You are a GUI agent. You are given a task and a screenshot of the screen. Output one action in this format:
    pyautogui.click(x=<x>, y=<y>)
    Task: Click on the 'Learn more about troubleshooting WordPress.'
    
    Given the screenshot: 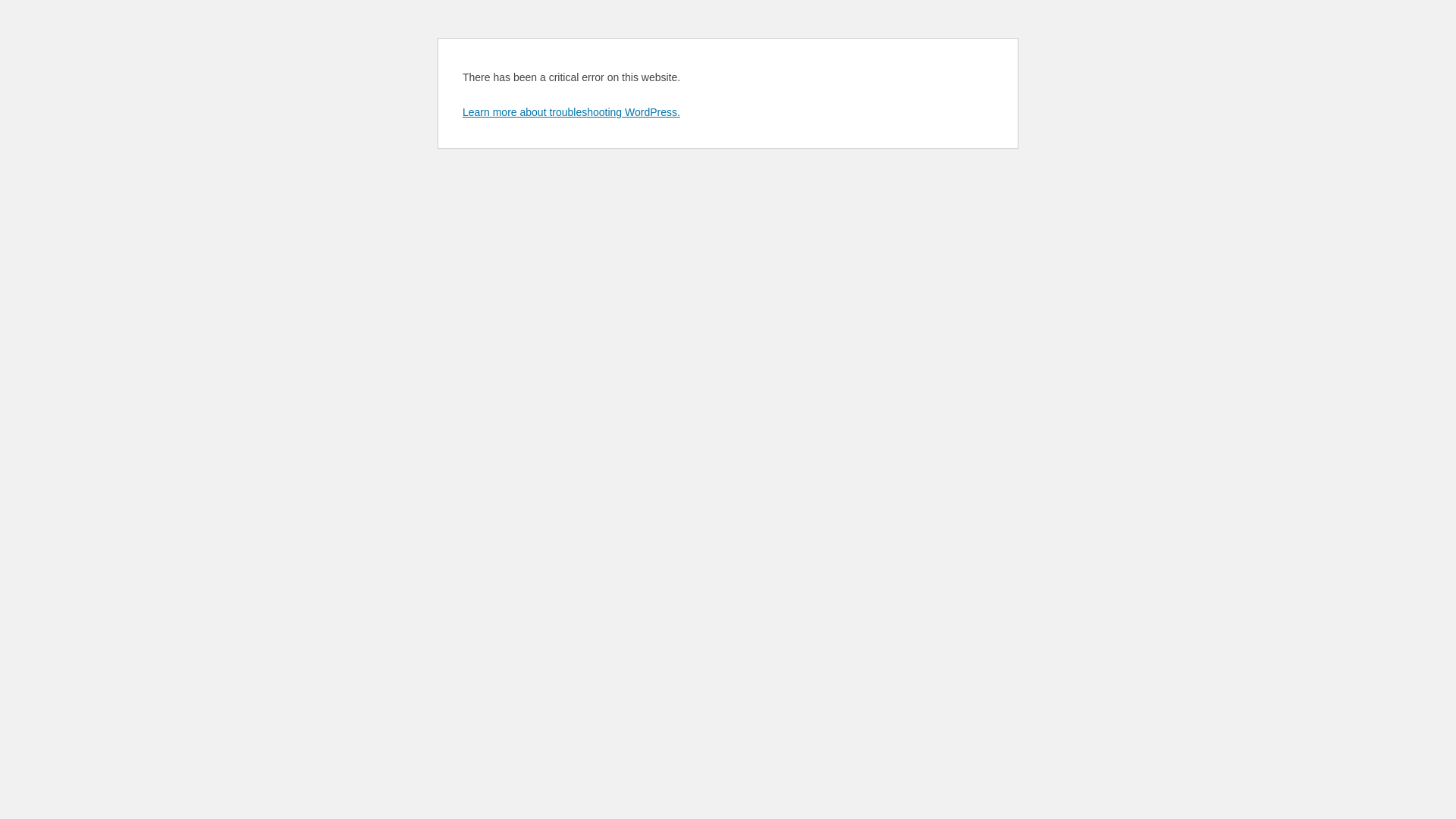 What is the action you would take?
    pyautogui.click(x=570, y=111)
    